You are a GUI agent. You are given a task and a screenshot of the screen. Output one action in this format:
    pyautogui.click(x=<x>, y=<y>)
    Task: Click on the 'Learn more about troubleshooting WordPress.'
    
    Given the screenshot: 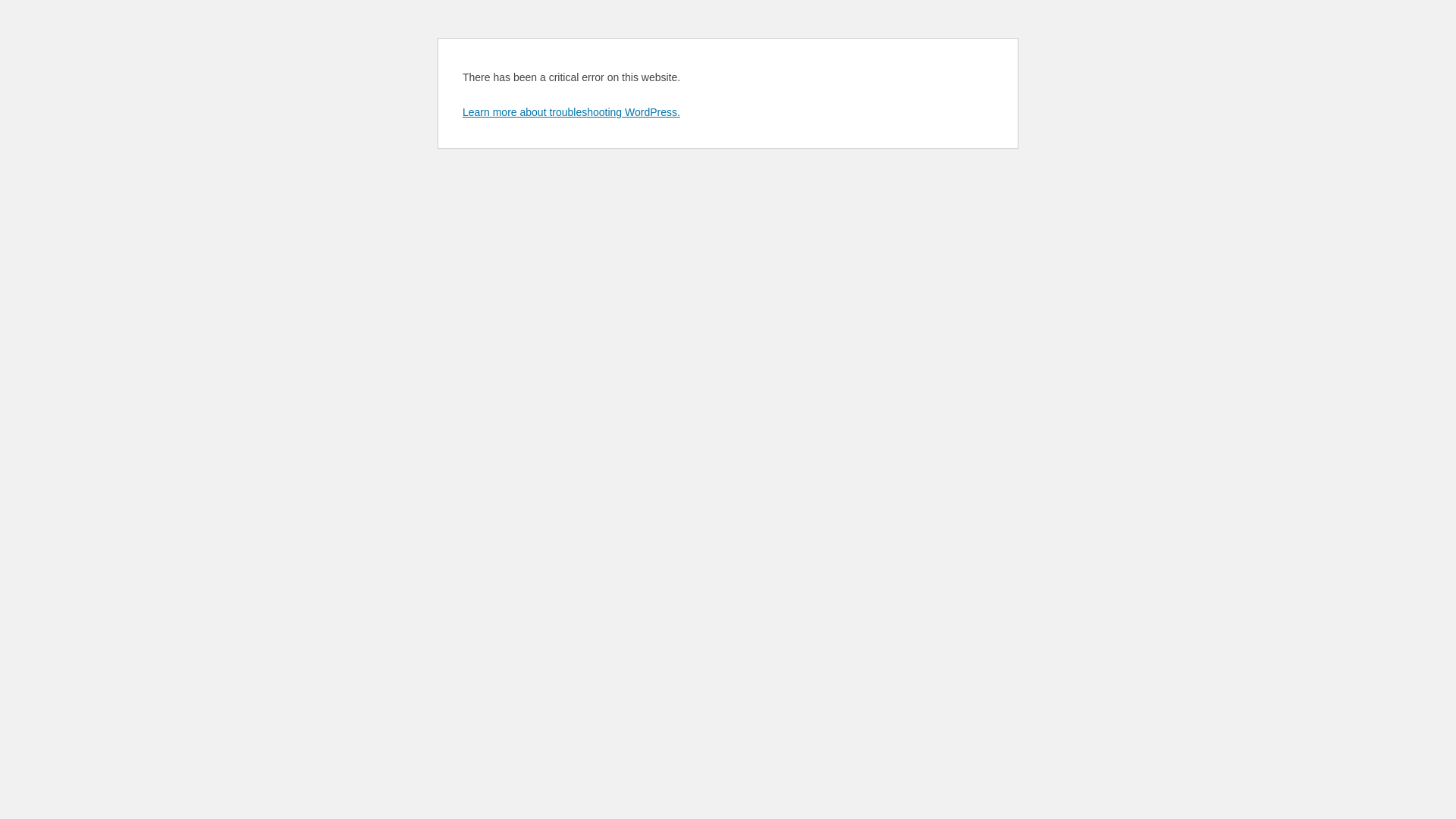 What is the action you would take?
    pyautogui.click(x=570, y=111)
    